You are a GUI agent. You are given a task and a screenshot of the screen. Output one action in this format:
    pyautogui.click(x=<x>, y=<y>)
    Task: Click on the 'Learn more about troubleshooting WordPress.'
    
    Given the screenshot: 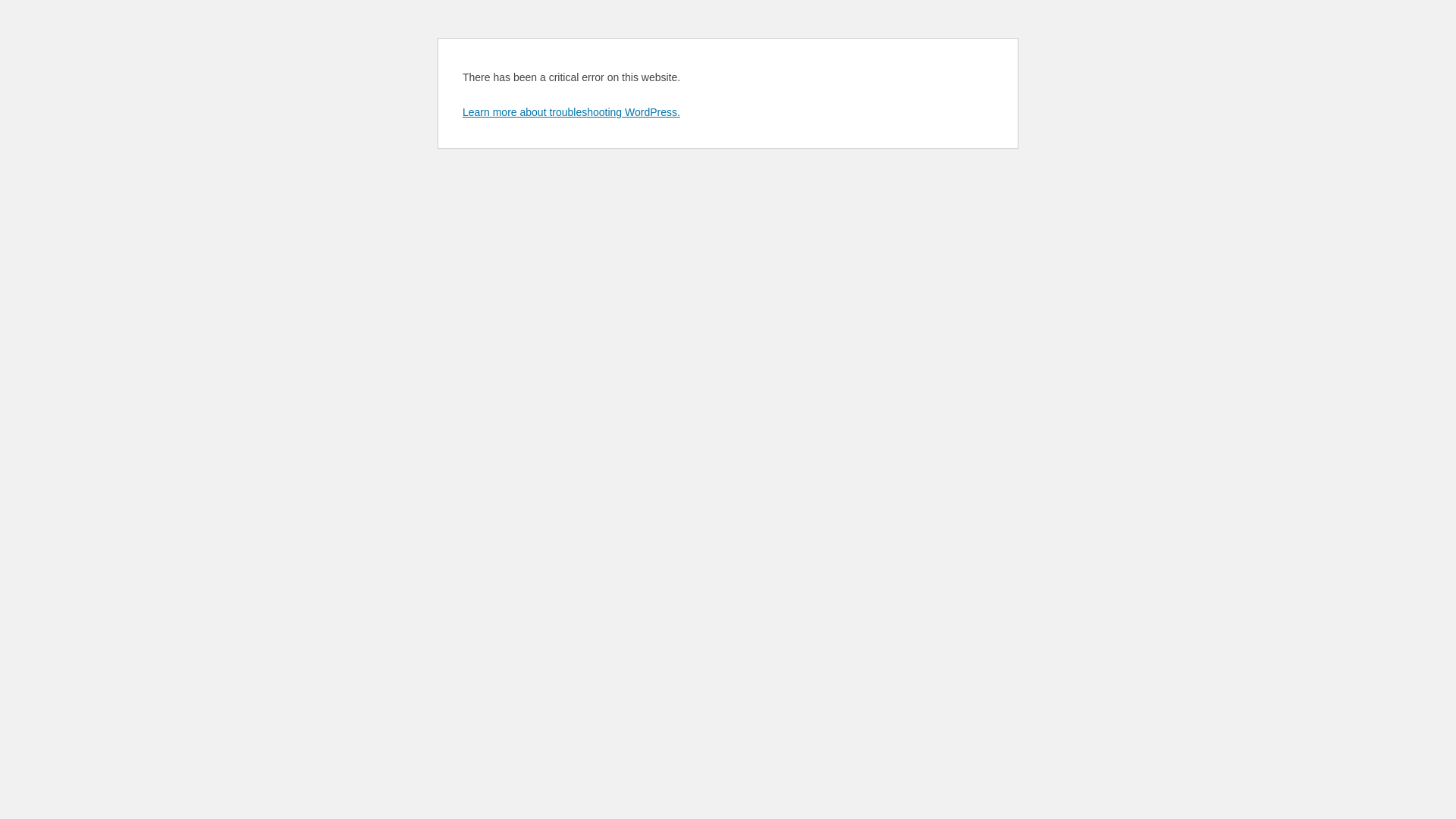 What is the action you would take?
    pyautogui.click(x=570, y=111)
    